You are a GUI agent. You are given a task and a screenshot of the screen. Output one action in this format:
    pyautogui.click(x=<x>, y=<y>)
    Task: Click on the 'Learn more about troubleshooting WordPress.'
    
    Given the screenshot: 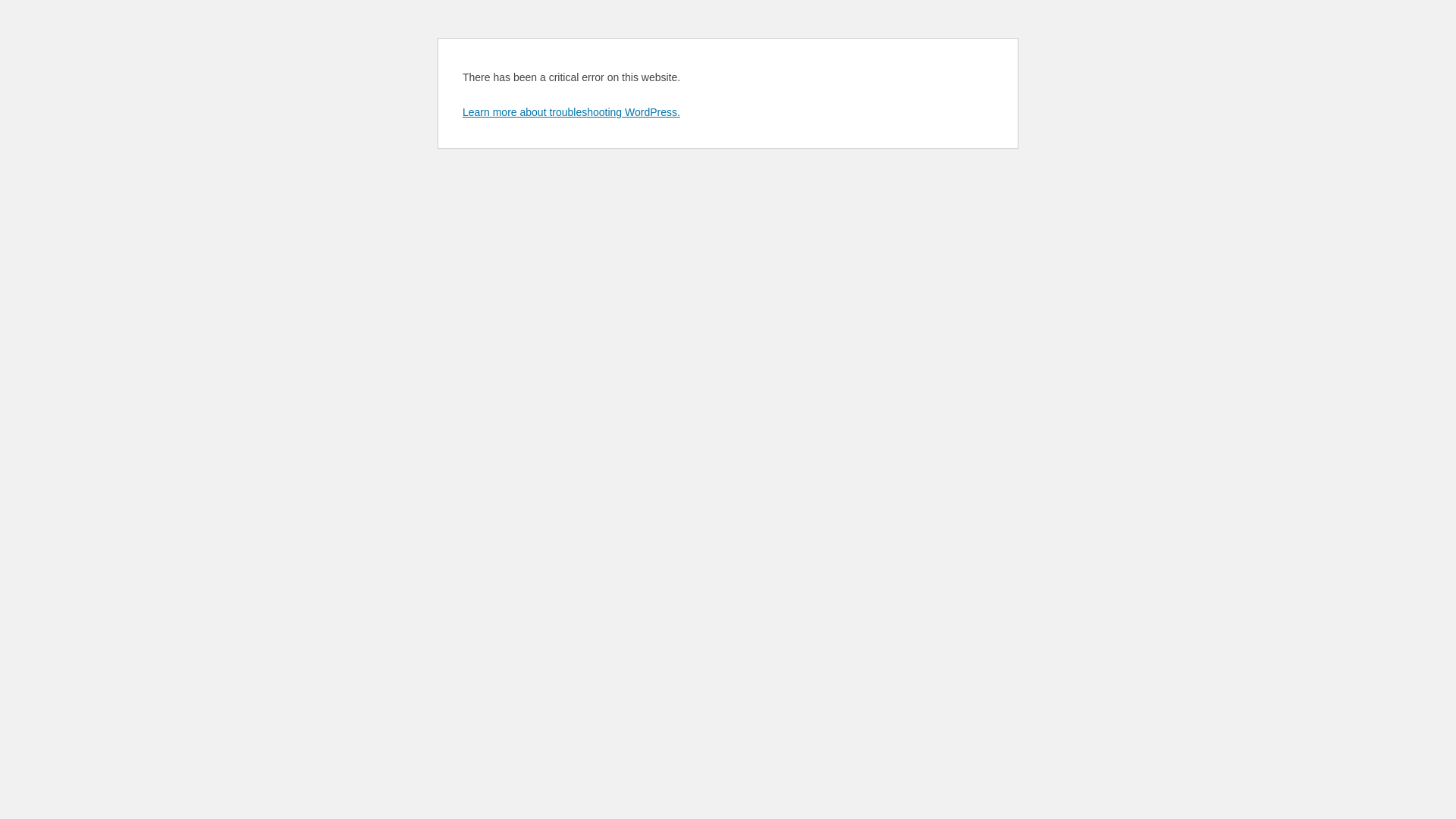 What is the action you would take?
    pyautogui.click(x=570, y=111)
    